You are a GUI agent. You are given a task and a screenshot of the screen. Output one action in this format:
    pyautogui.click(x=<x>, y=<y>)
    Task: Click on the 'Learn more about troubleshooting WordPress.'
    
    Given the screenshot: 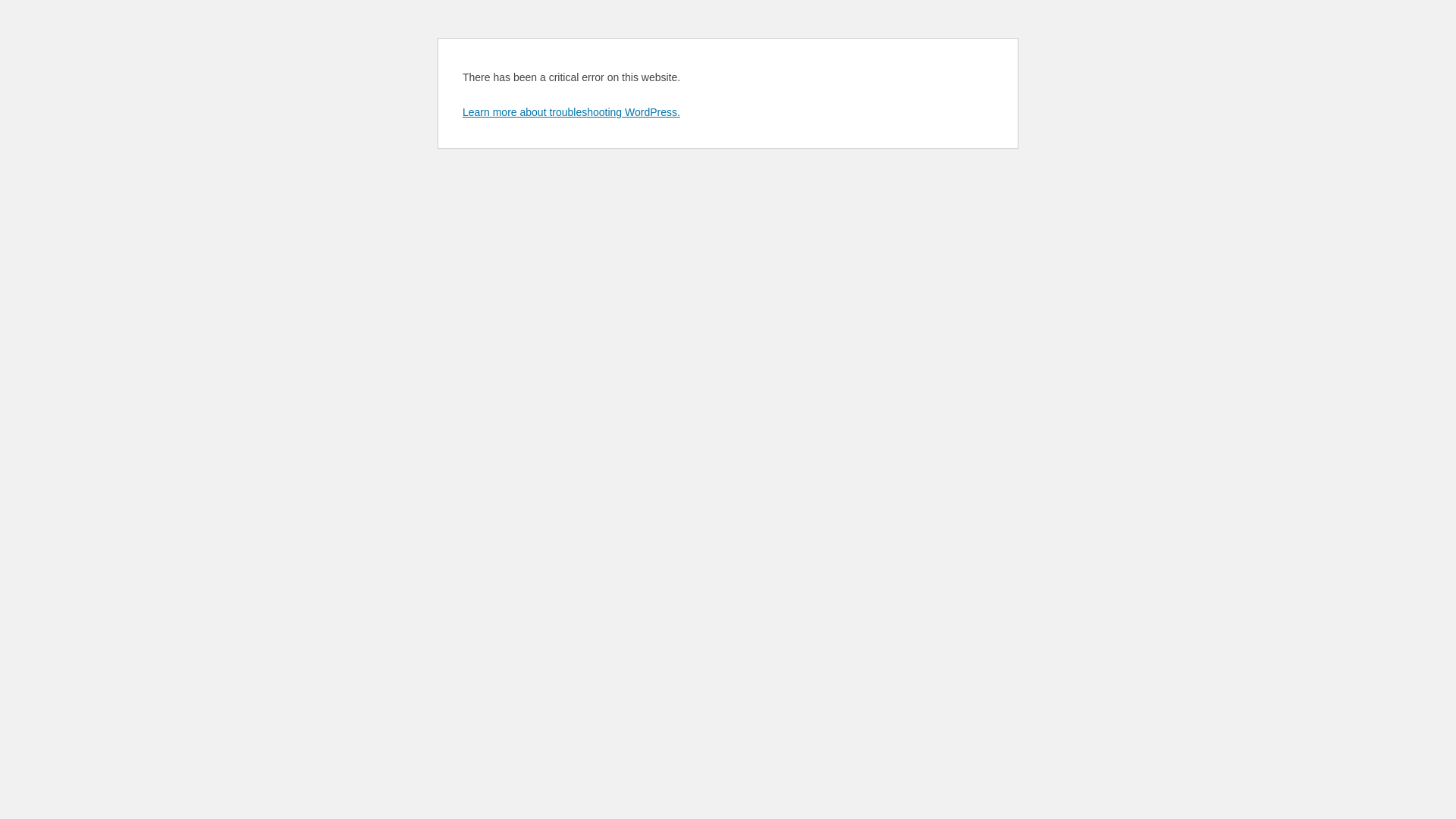 What is the action you would take?
    pyautogui.click(x=570, y=111)
    